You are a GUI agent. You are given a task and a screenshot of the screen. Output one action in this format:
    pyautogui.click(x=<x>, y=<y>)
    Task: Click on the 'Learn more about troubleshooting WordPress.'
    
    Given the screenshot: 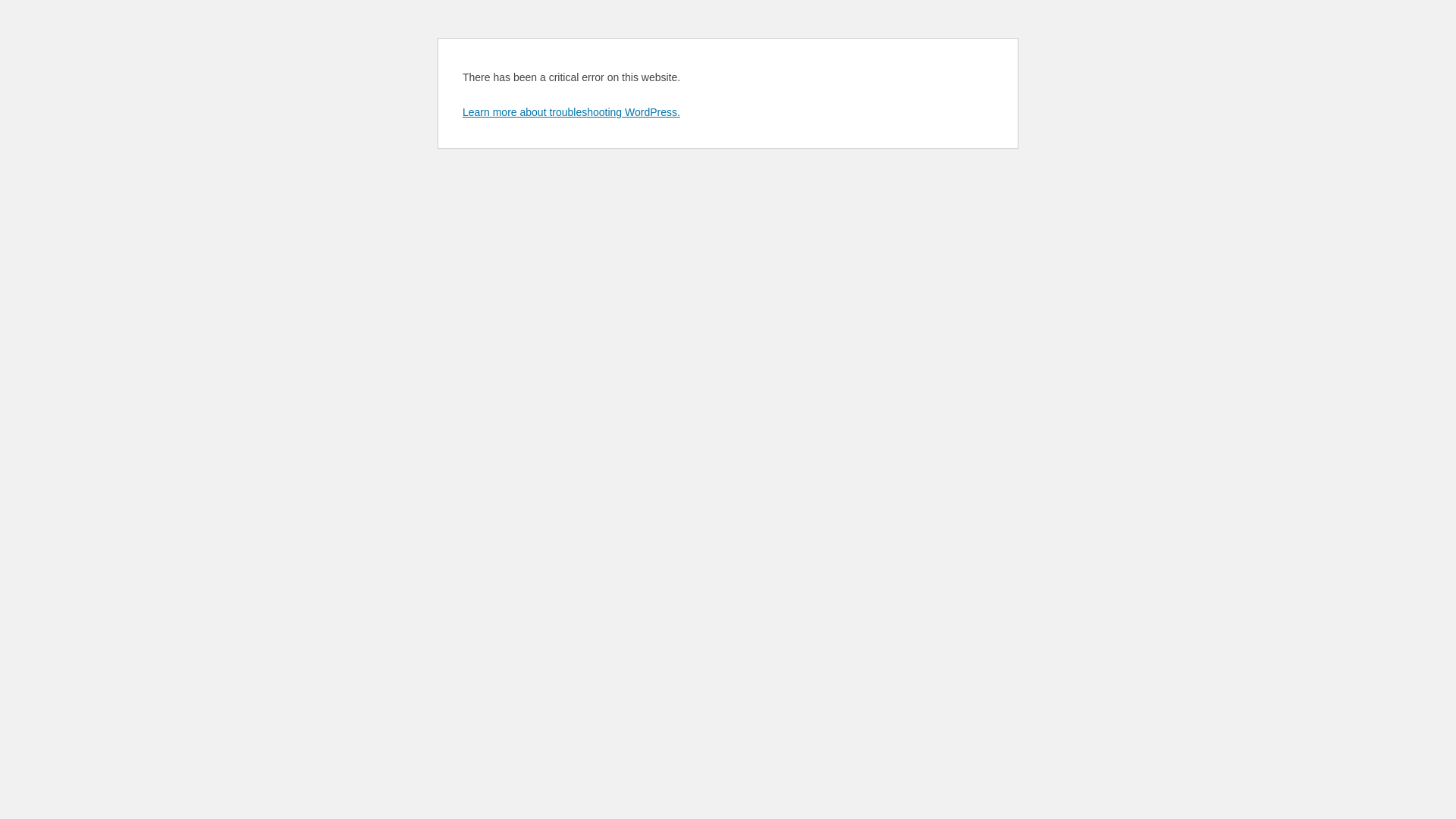 What is the action you would take?
    pyautogui.click(x=570, y=111)
    